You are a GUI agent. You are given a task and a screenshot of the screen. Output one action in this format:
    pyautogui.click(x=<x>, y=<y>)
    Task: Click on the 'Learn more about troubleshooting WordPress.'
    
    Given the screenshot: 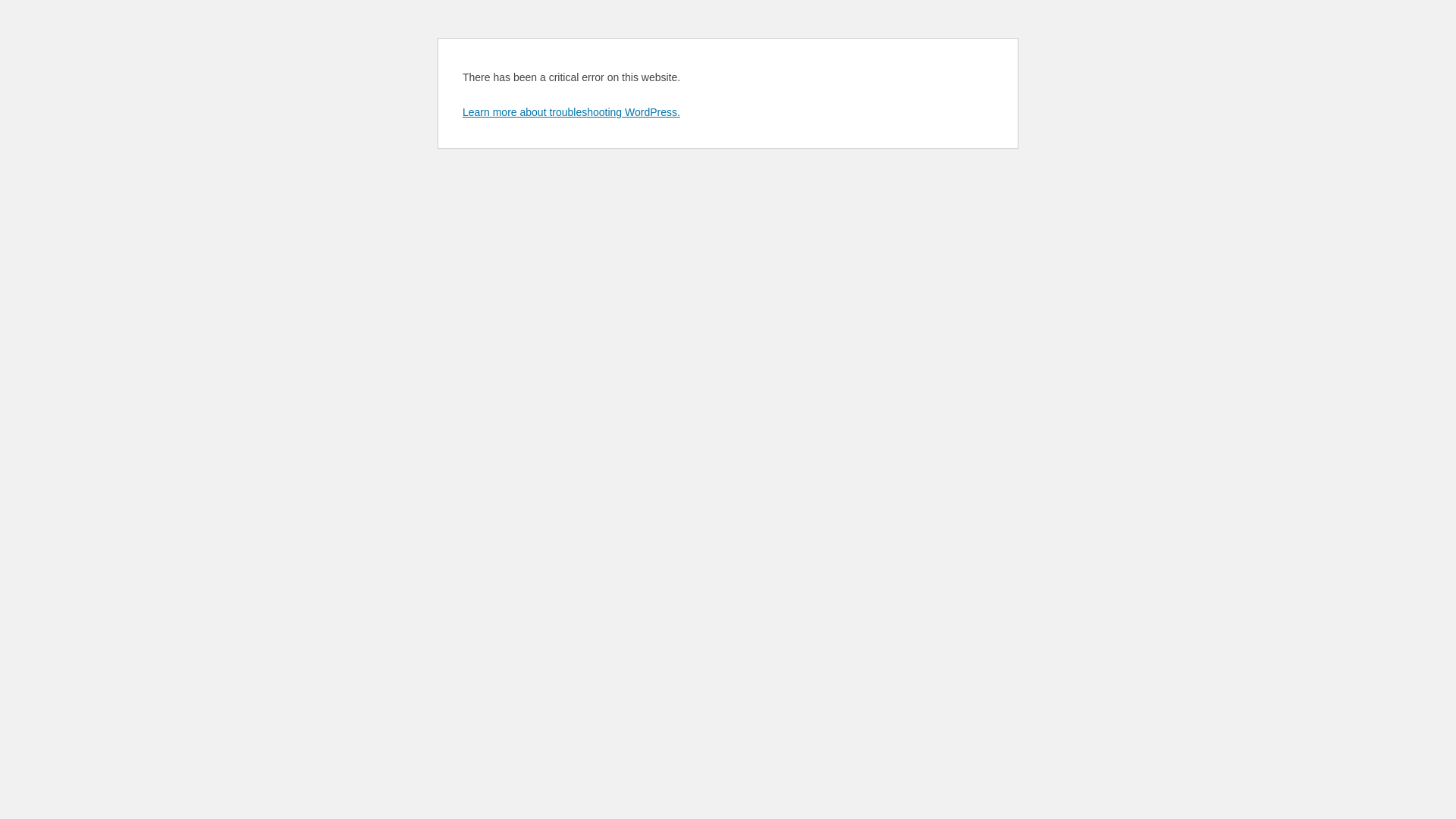 What is the action you would take?
    pyautogui.click(x=570, y=111)
    